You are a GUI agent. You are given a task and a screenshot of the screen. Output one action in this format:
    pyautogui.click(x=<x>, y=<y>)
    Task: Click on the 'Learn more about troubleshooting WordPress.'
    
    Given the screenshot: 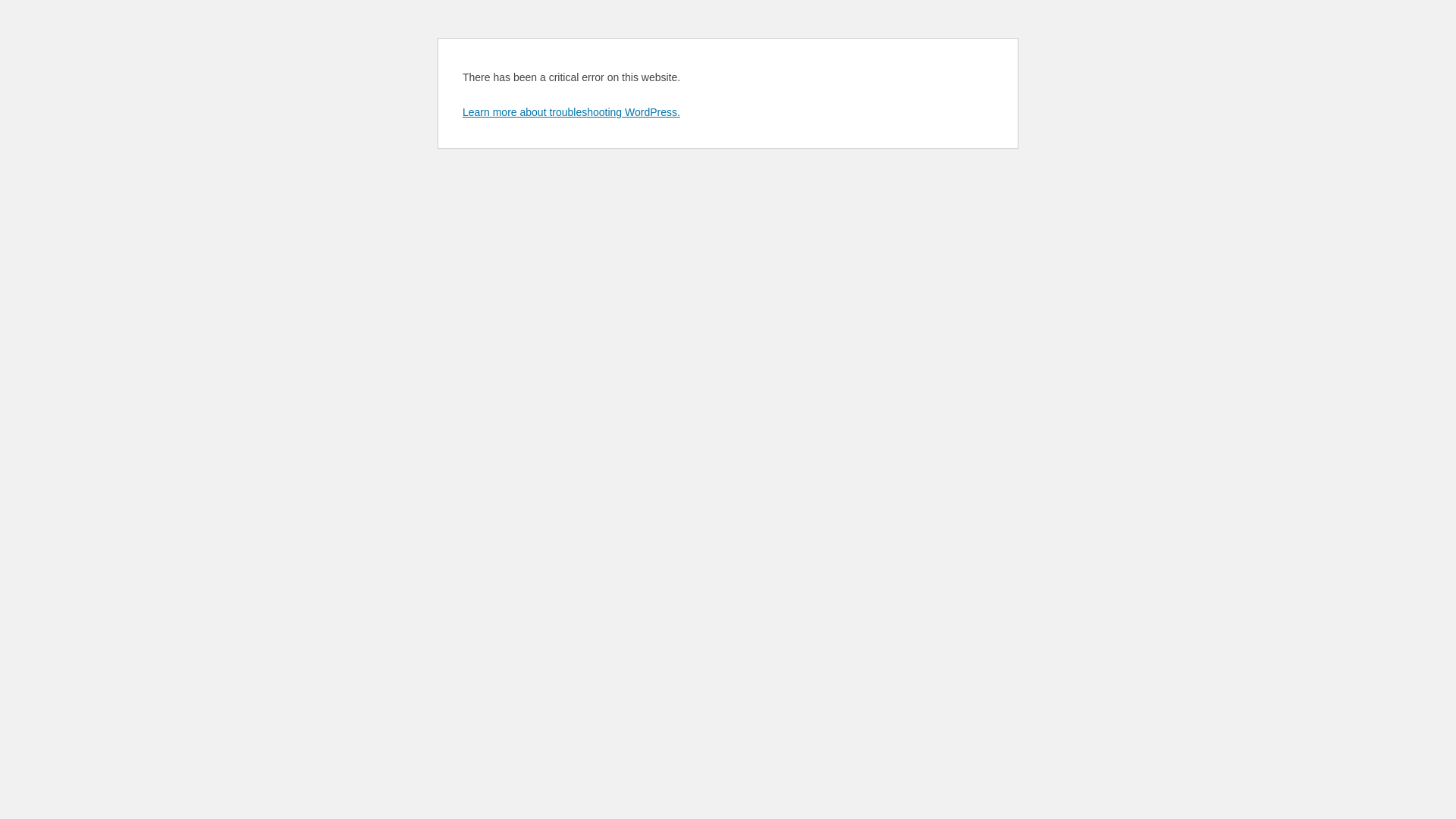 What is the action you would take?
    pyautogui.click(x=570, y=111)
    